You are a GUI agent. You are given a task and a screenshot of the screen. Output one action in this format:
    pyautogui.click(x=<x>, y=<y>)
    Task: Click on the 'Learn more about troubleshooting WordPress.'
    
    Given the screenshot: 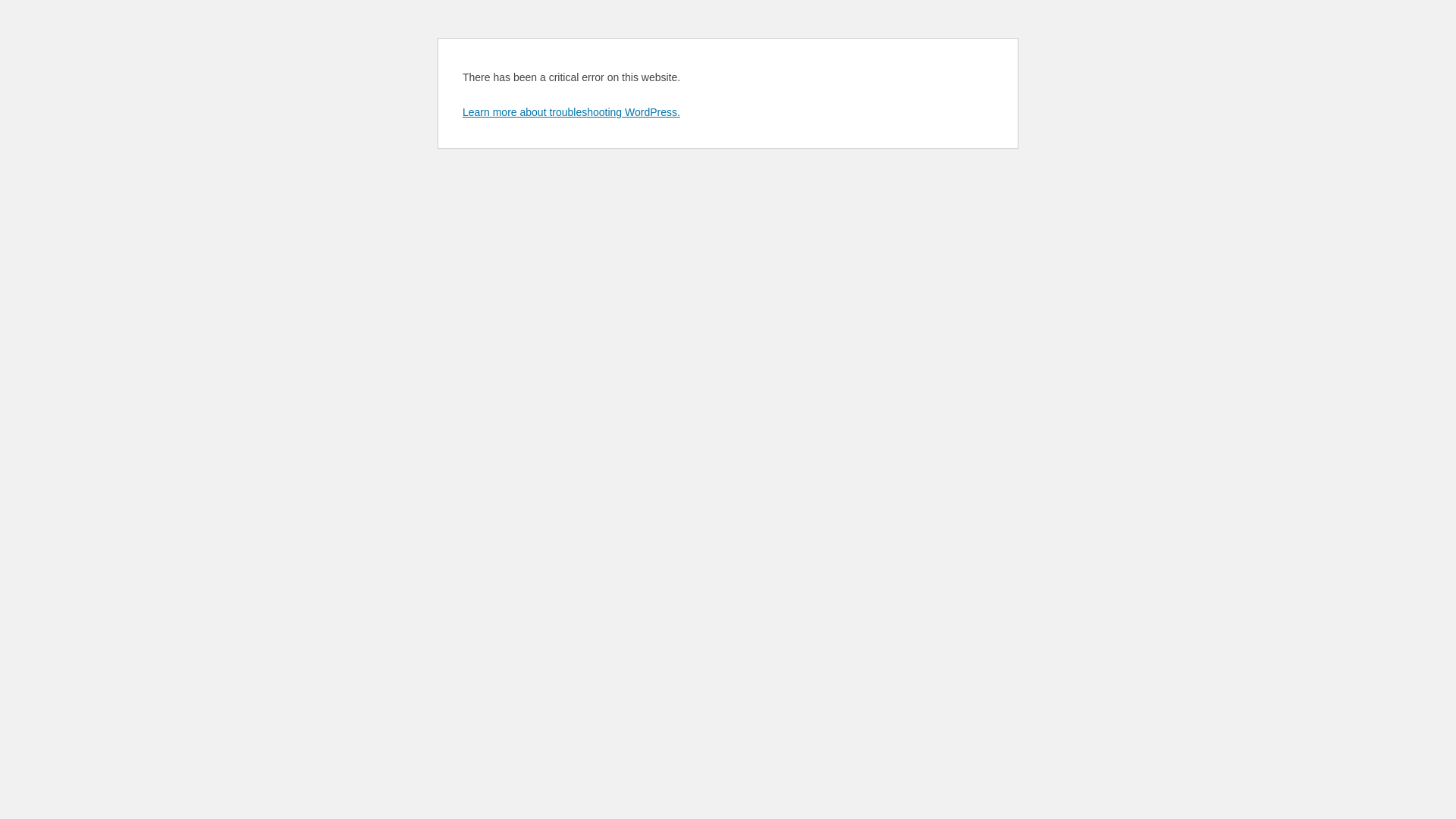 What is the action you would take?
    pyautogui.click(x=570, y=111)
    